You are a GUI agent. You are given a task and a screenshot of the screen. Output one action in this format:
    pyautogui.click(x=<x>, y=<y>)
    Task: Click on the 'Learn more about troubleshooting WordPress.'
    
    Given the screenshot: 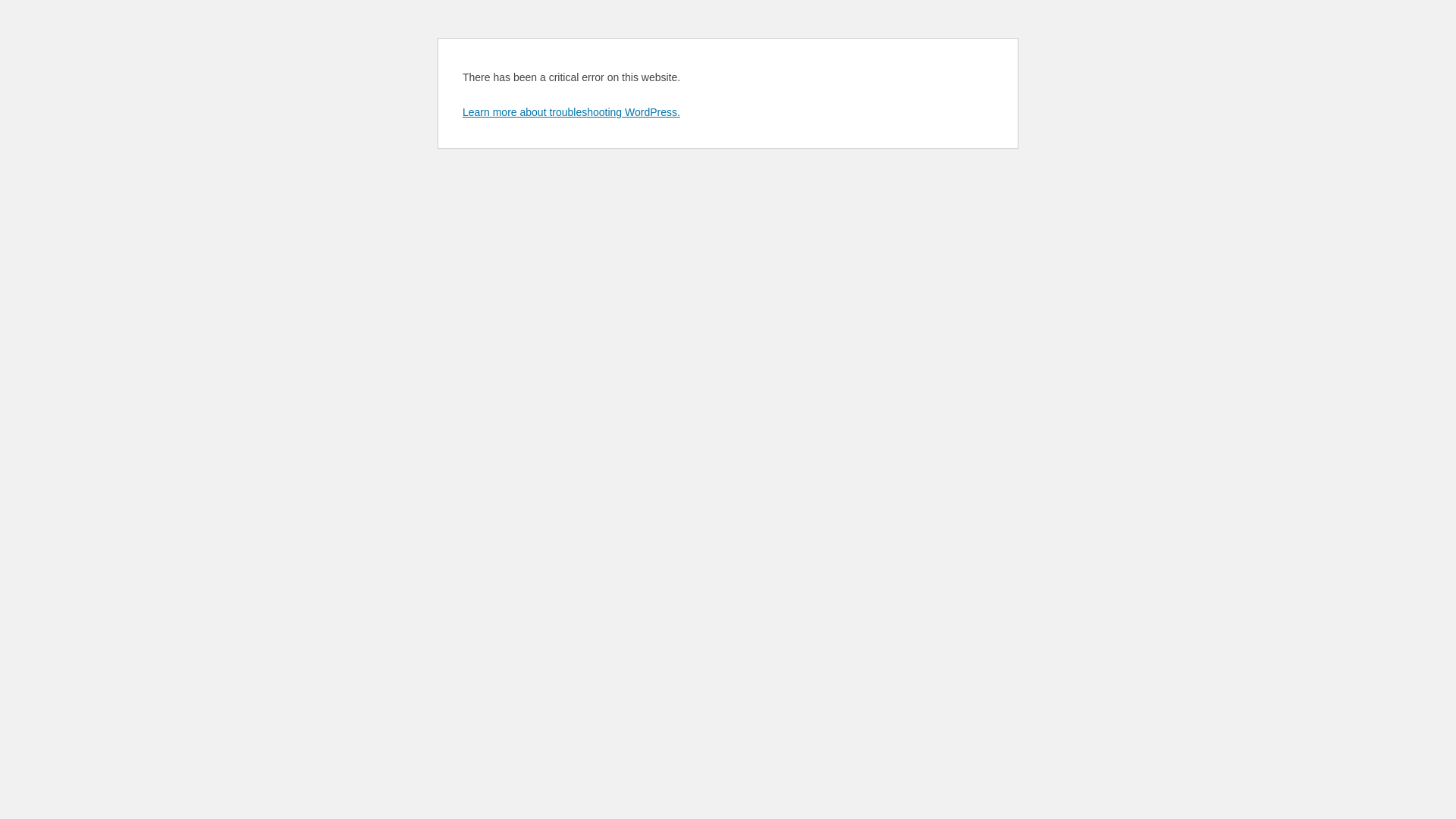 What is the action you would take?
    pyautogui.click(x=570, y=111)
    